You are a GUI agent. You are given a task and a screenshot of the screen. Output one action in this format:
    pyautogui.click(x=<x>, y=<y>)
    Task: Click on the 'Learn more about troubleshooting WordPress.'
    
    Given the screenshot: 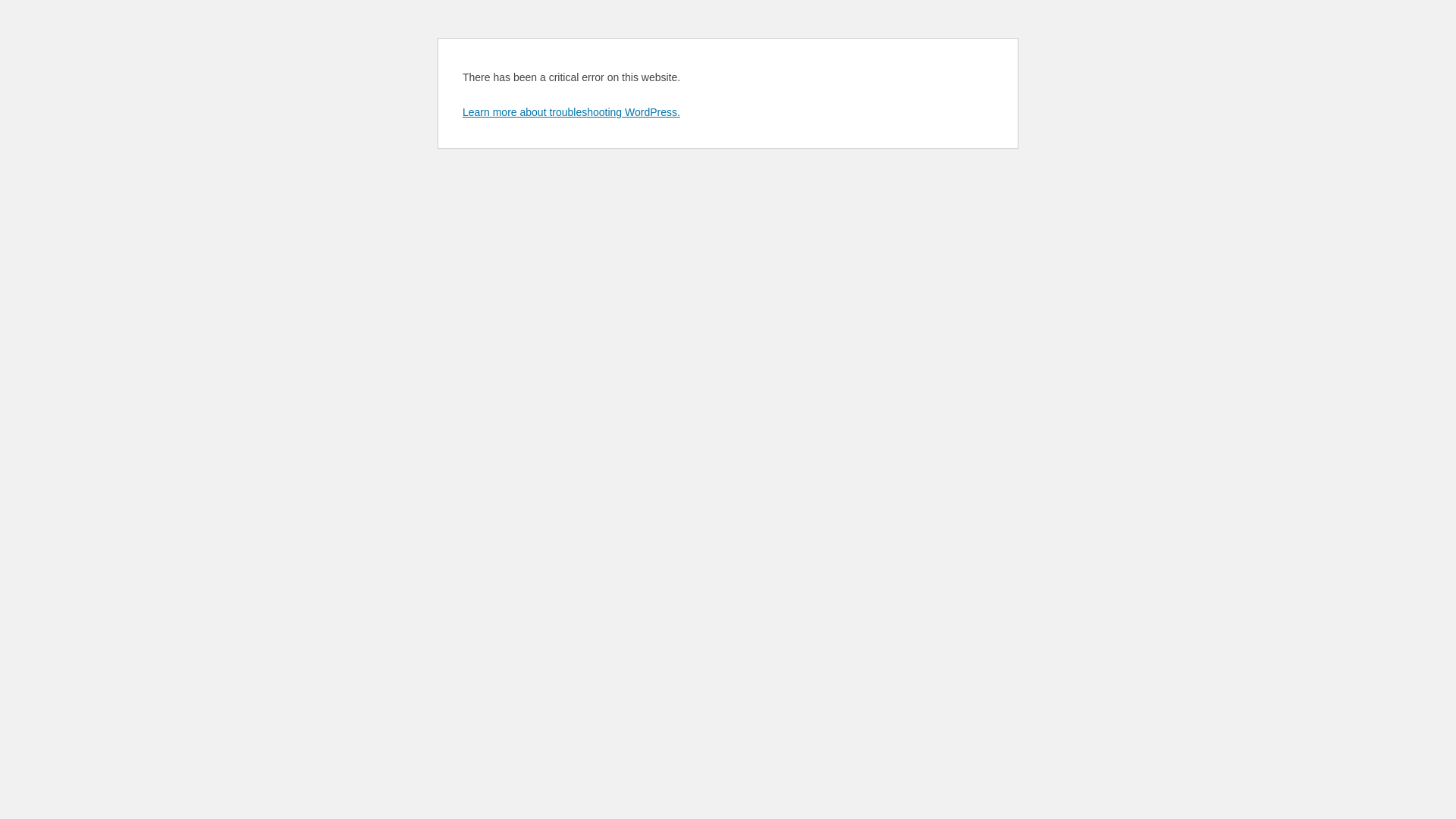 What is the action you would take?
    pyautogui.click(x=570, y=111)
    